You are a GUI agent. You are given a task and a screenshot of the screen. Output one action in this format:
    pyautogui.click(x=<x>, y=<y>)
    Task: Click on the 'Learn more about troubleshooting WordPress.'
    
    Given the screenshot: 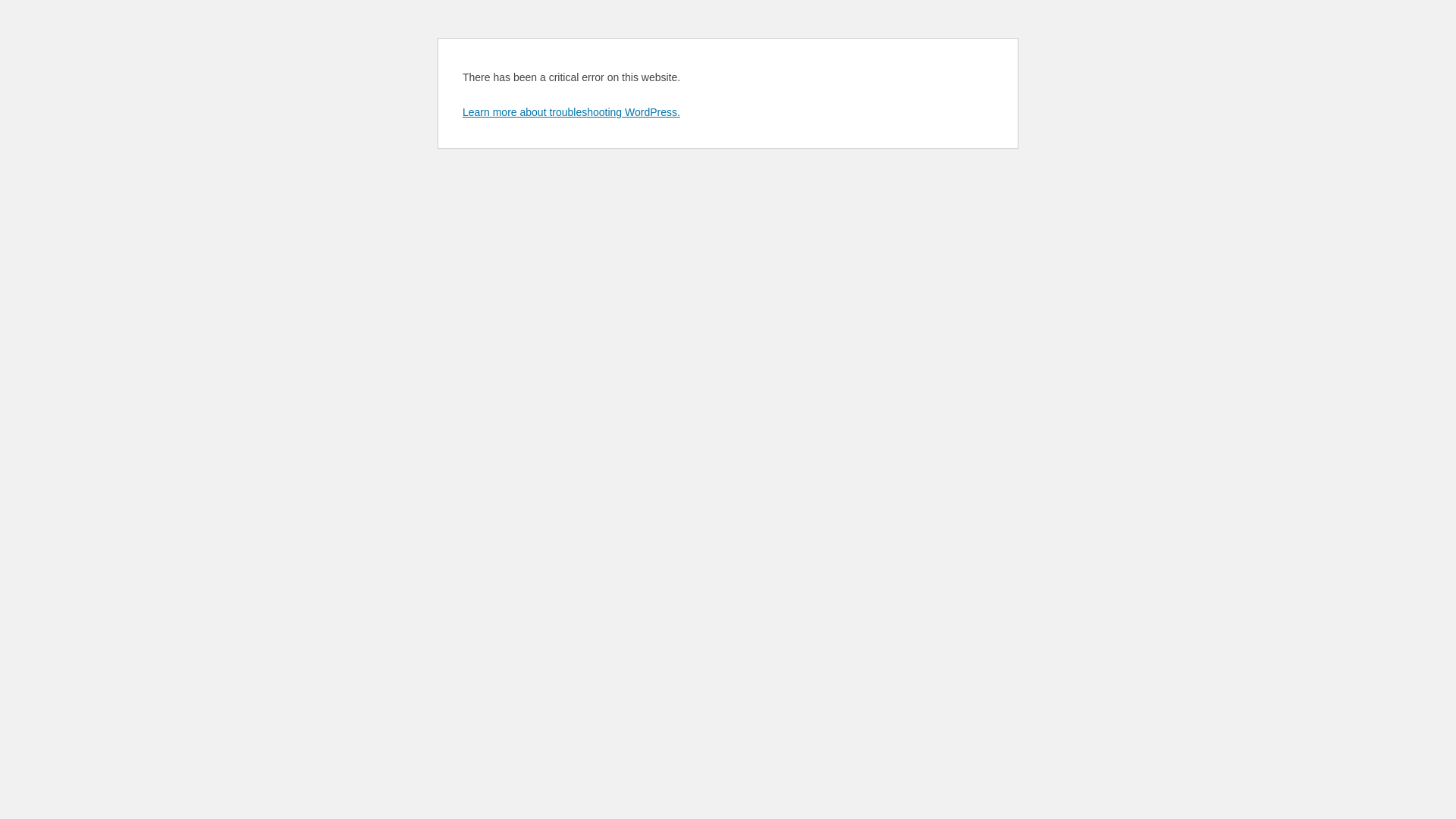 What is the action you would take?
    pyautogui.click(x=570, y=111)
    